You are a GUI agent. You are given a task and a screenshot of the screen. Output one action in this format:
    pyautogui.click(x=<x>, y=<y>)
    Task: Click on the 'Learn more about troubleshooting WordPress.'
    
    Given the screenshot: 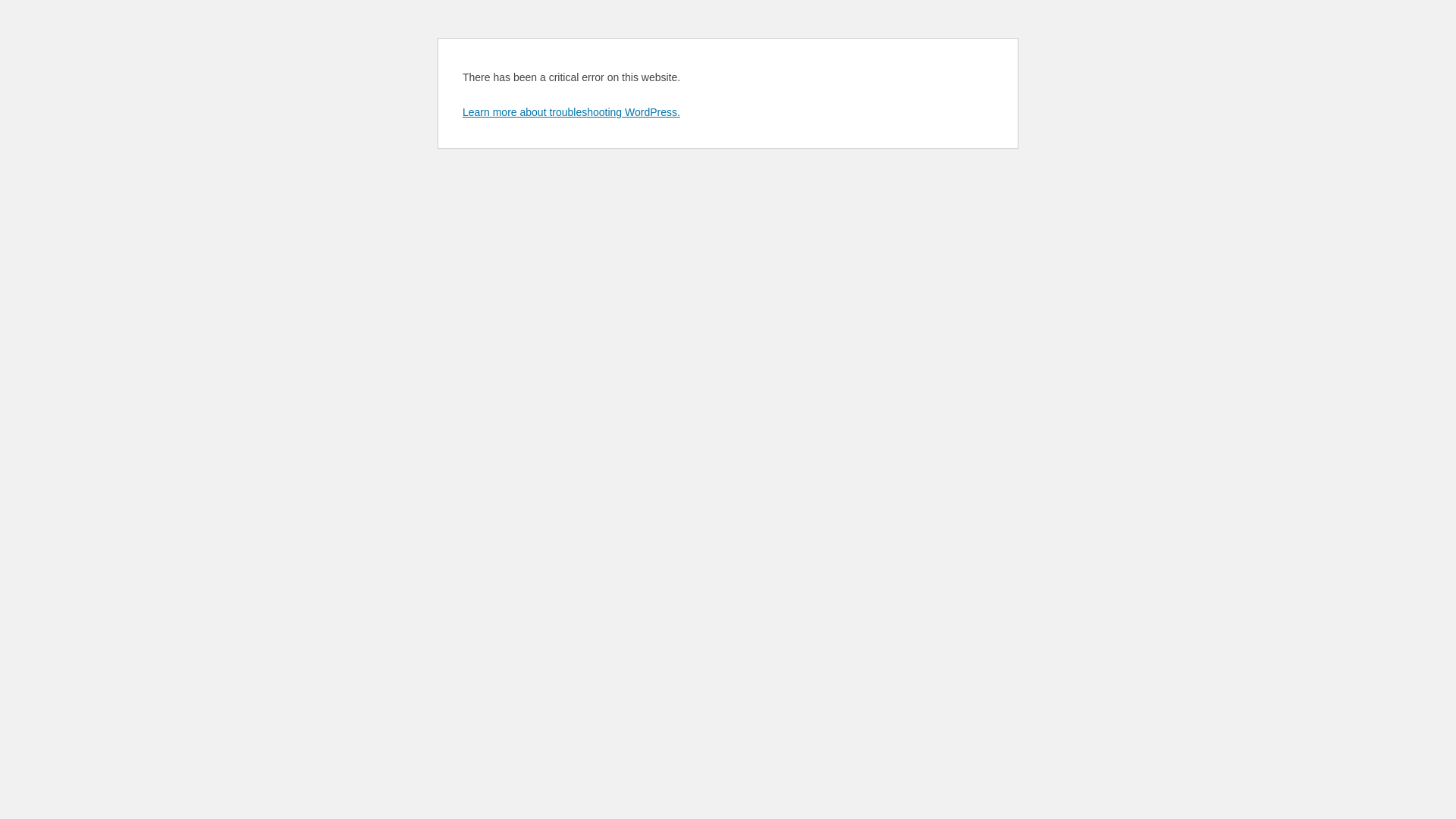 What is the action you would take?
    pyautogui.click(x=570, y=111)
    